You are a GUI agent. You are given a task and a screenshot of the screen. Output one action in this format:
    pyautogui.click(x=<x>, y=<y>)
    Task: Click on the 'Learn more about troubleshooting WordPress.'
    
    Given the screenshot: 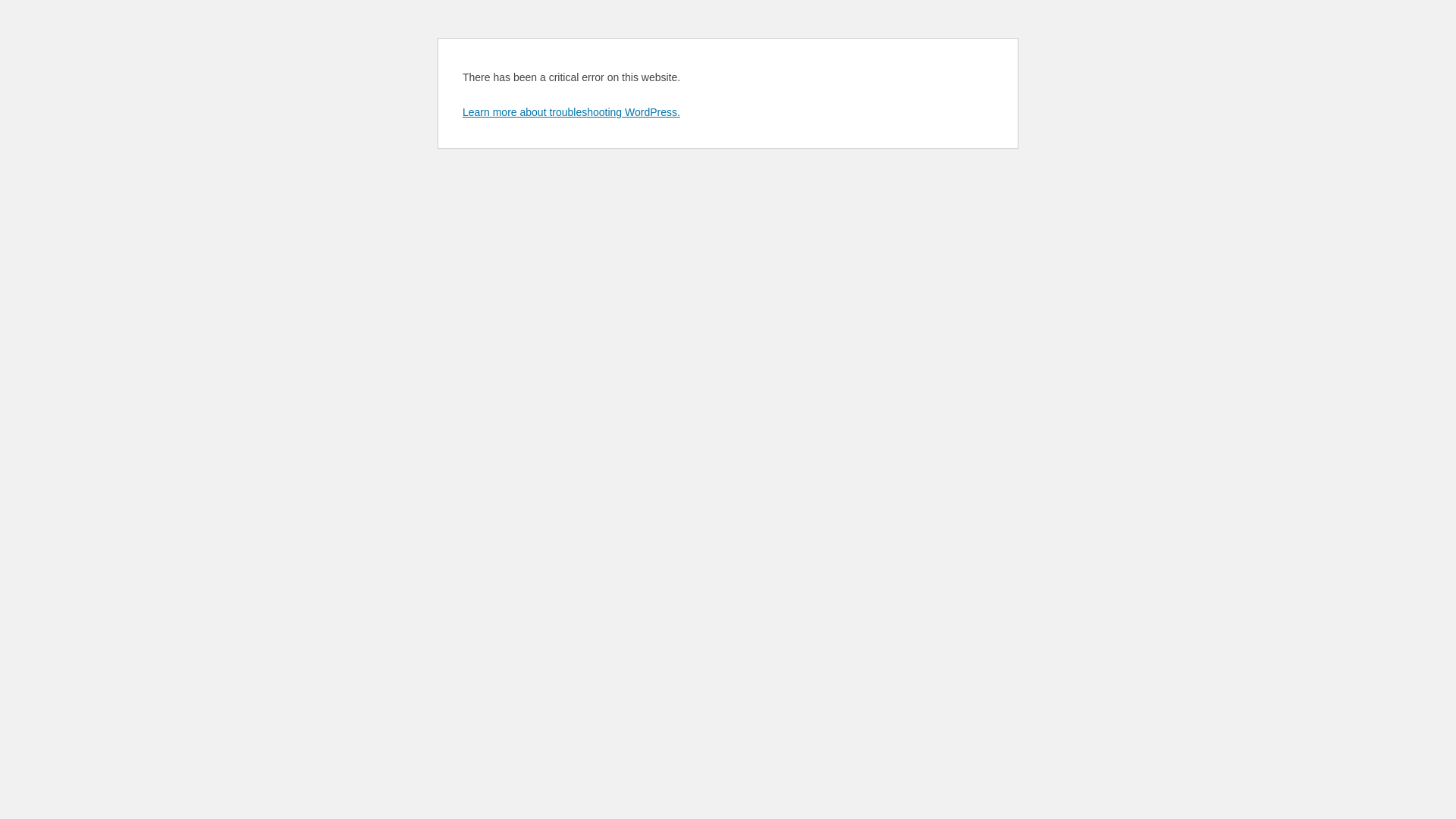 What is the action you would take?
    pyautogui.click(x=570, y=111)
    